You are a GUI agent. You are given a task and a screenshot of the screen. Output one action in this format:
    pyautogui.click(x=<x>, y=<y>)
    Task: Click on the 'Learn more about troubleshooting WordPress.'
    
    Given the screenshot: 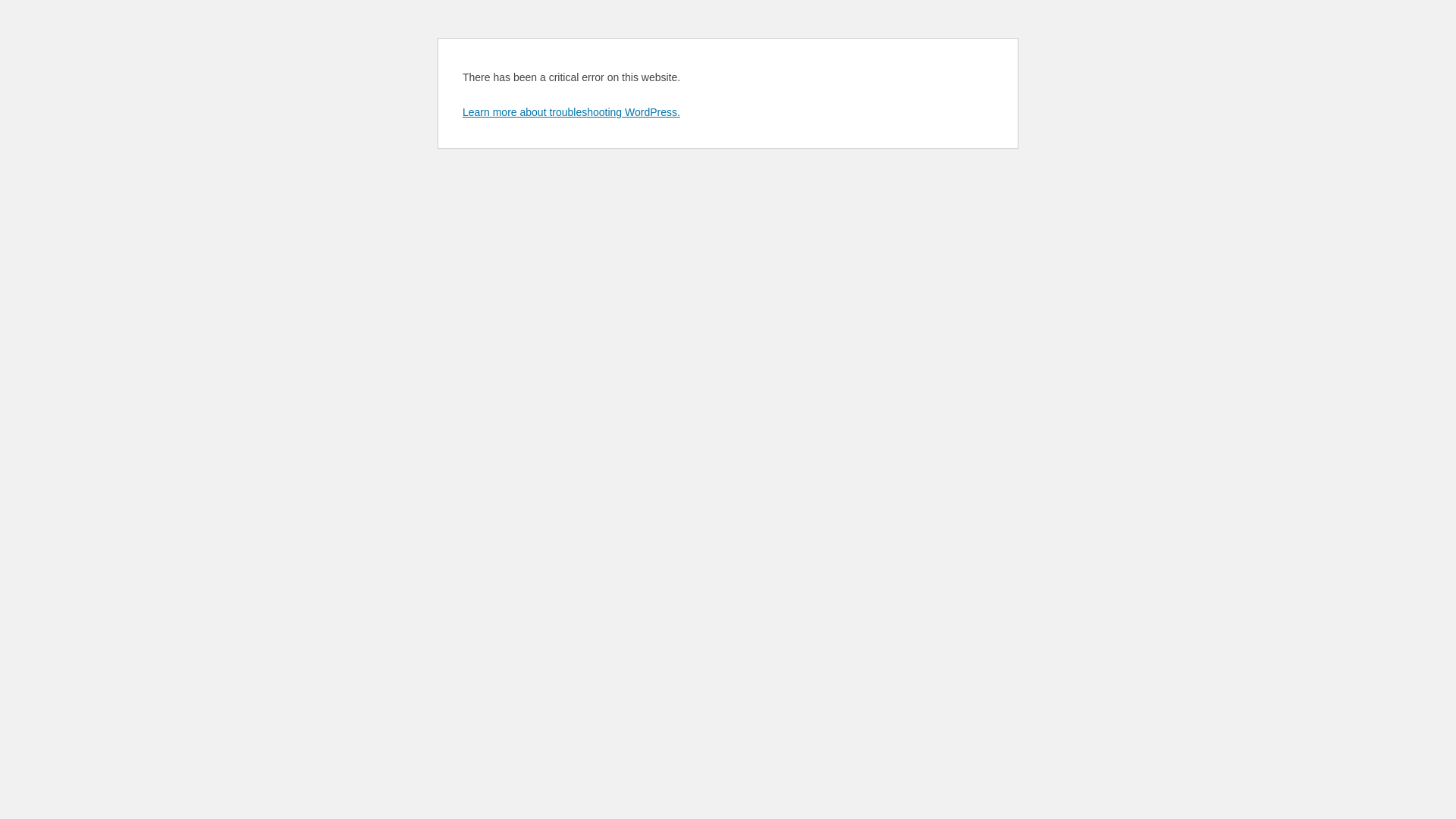 What is the action you would take?
    pyautogui.click(x=570, y=111)
    